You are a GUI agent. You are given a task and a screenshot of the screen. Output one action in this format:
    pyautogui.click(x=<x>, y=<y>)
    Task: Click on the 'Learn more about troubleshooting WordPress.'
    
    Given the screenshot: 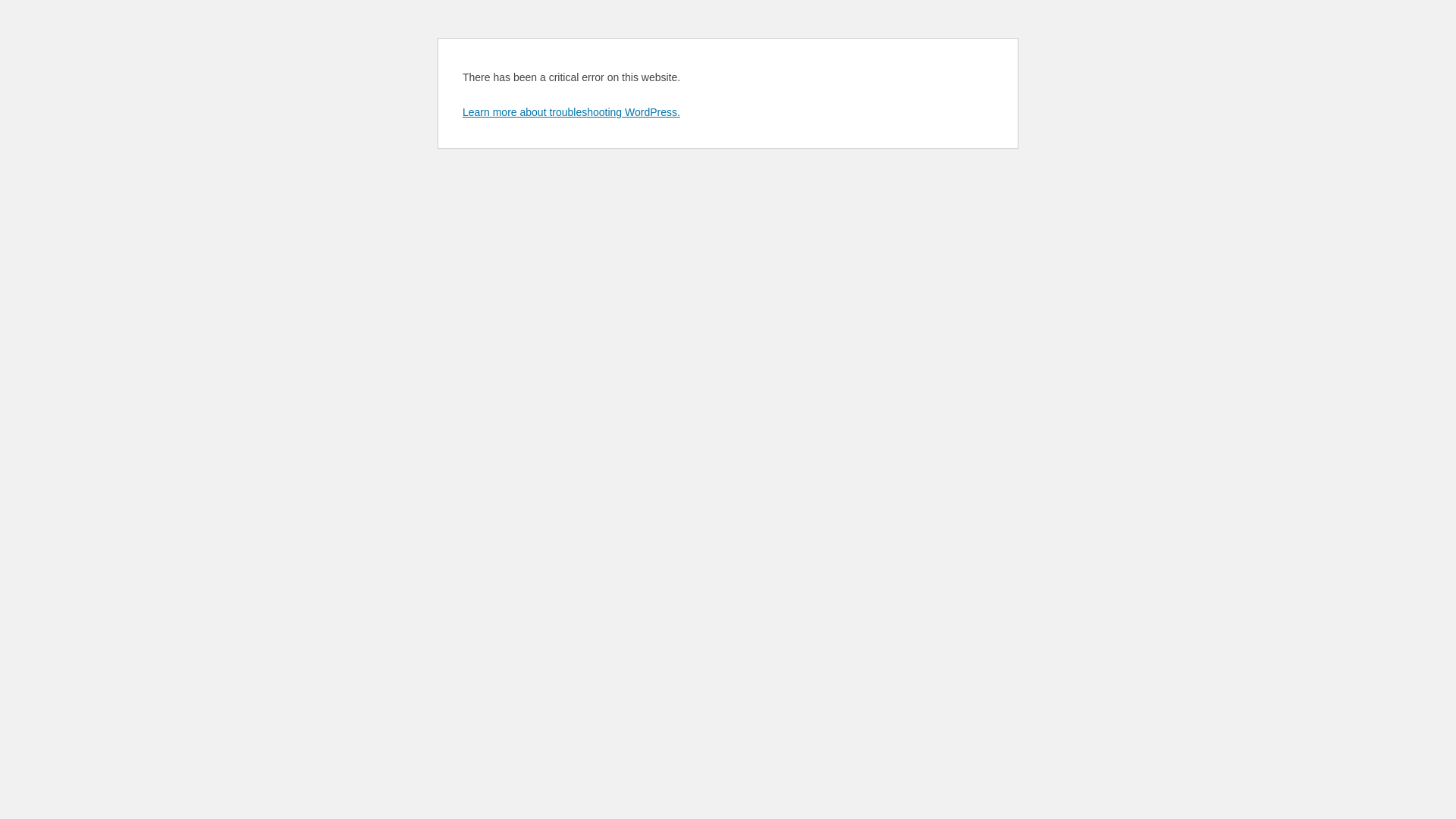 What is the action you would take?
    pyautogui.click(x=570, y=111)
    